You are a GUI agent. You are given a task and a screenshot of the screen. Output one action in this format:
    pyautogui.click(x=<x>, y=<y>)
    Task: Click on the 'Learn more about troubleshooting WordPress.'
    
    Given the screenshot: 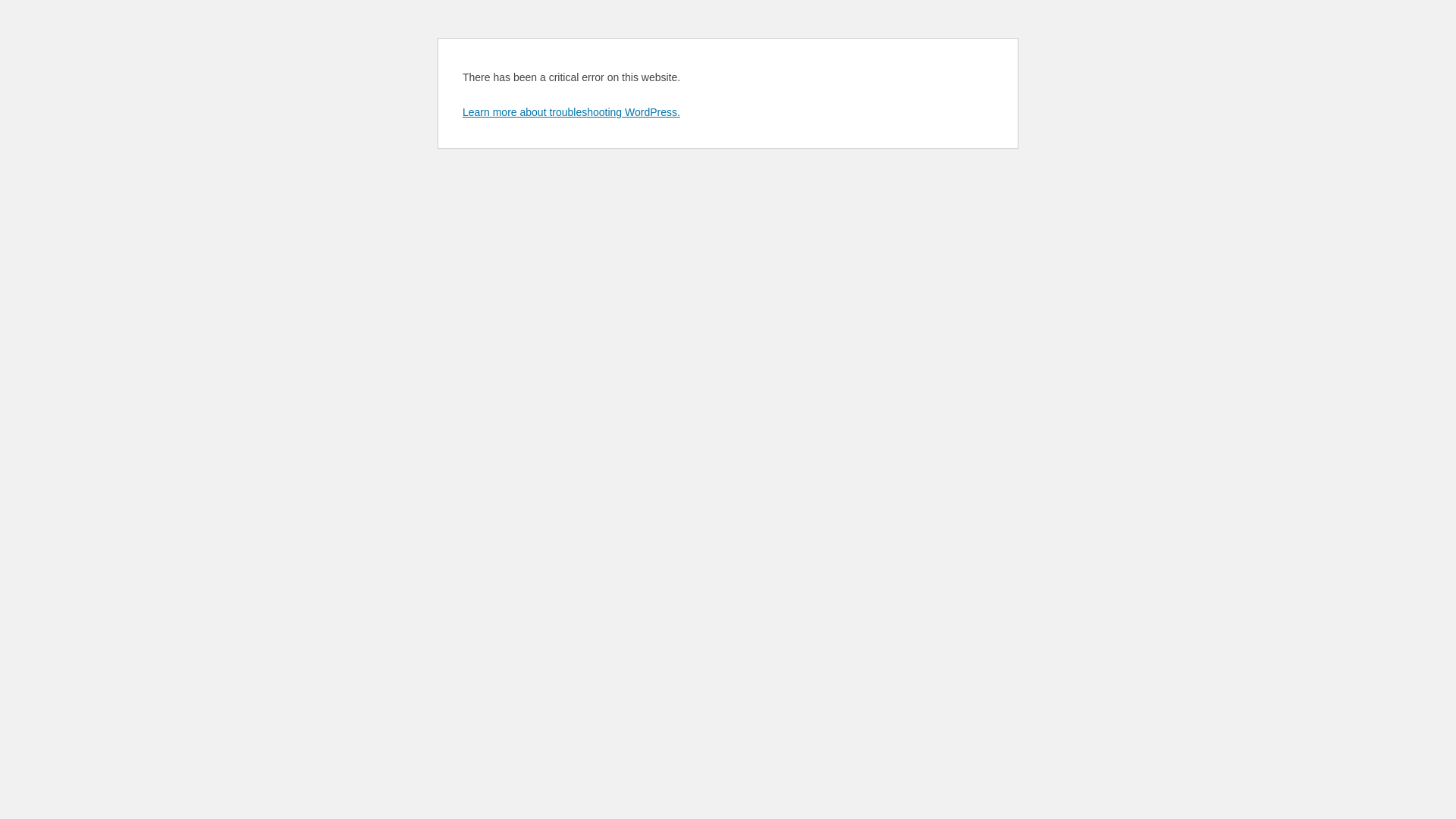 What is the action you would take?
    pyautogui.click(x=570, y=111)
    